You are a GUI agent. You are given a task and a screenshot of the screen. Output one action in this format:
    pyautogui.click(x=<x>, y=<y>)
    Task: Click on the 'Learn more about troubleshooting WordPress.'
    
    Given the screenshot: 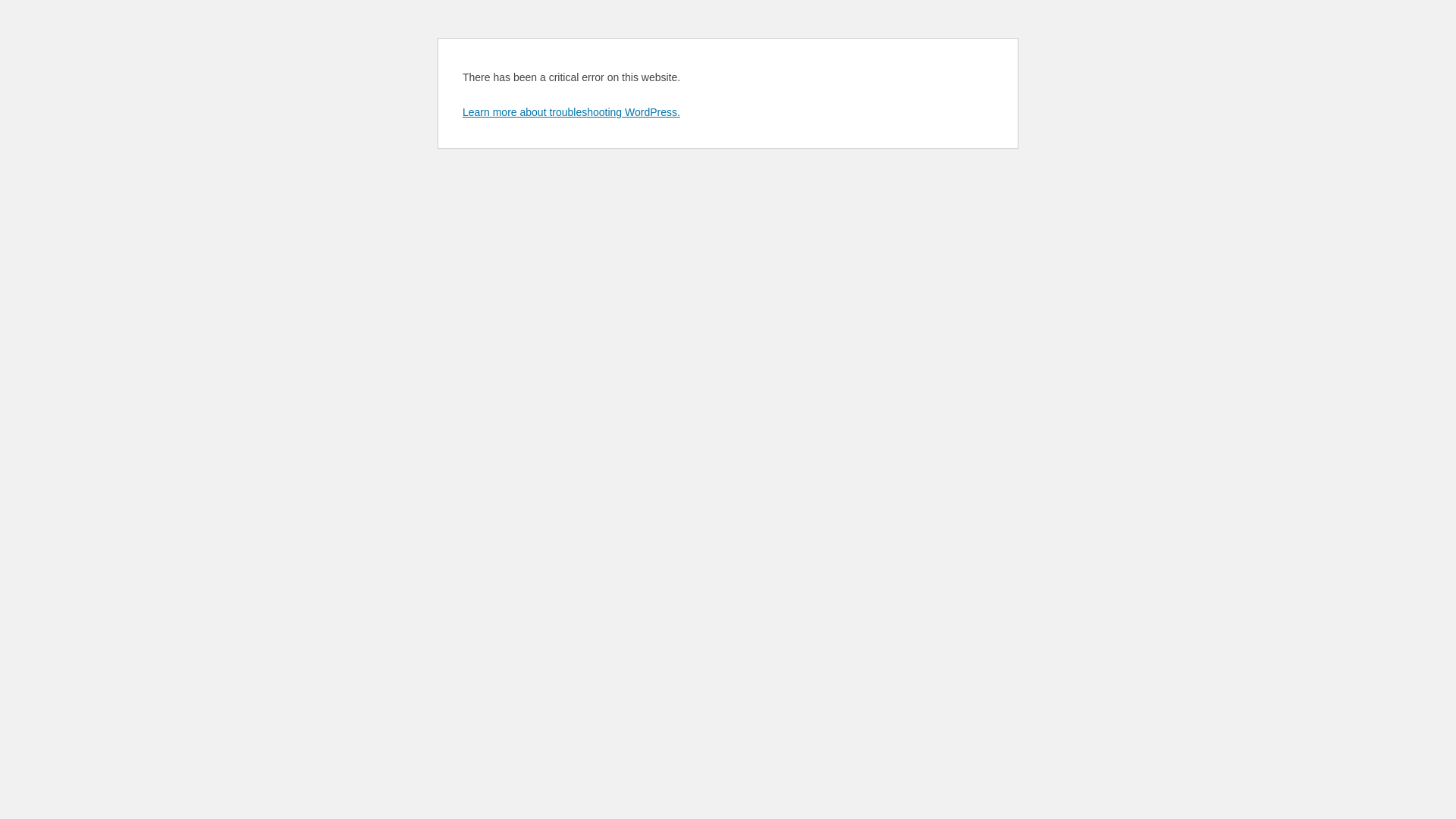 What is the action you would take?
    pyautogui.click(x=570, y=111)
    